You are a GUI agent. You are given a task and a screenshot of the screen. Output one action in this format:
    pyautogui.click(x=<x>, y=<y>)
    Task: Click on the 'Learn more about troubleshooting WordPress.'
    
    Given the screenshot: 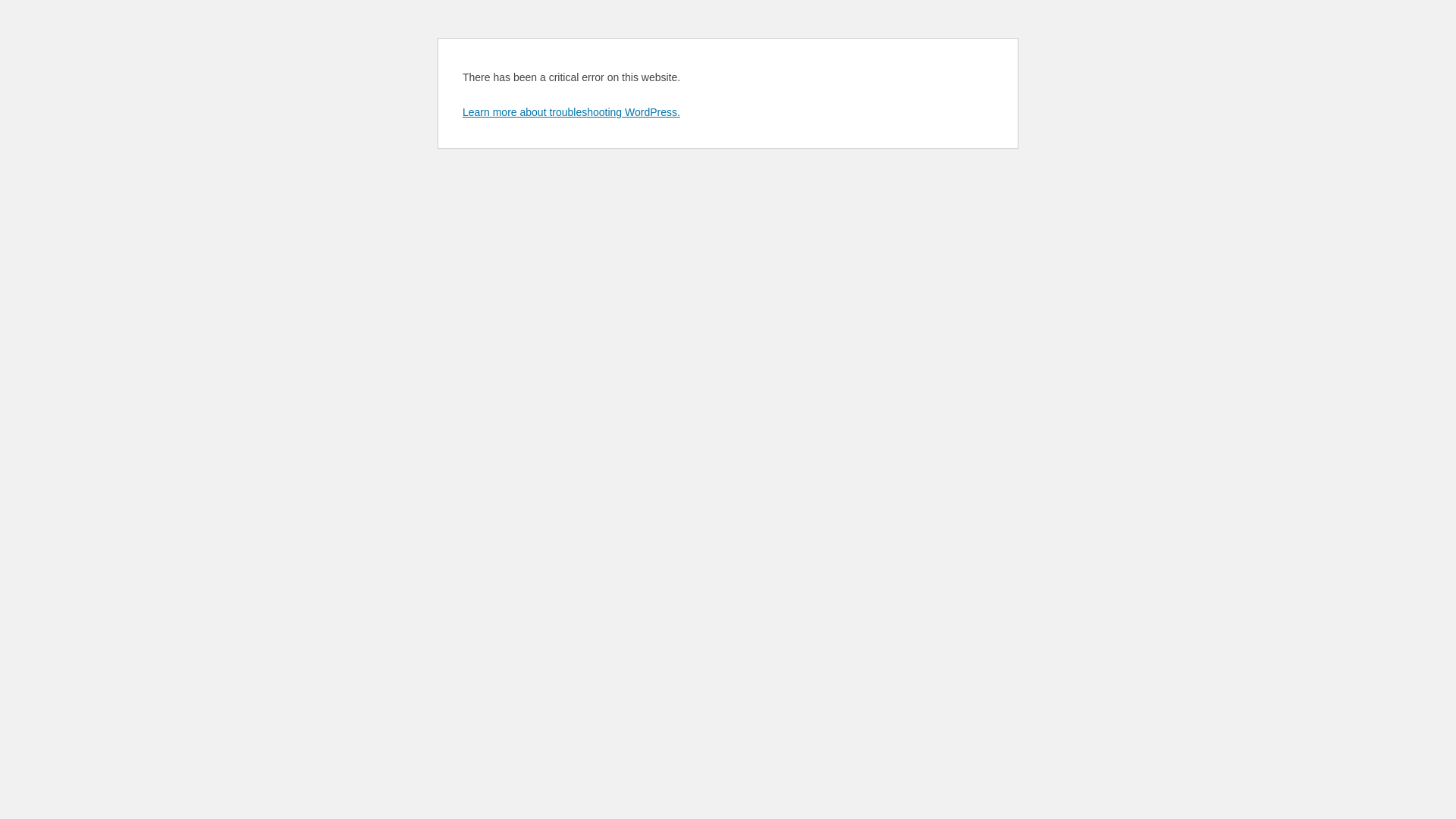 What is the action you would take?
    pyautogui.click(x=570, y=111)
    